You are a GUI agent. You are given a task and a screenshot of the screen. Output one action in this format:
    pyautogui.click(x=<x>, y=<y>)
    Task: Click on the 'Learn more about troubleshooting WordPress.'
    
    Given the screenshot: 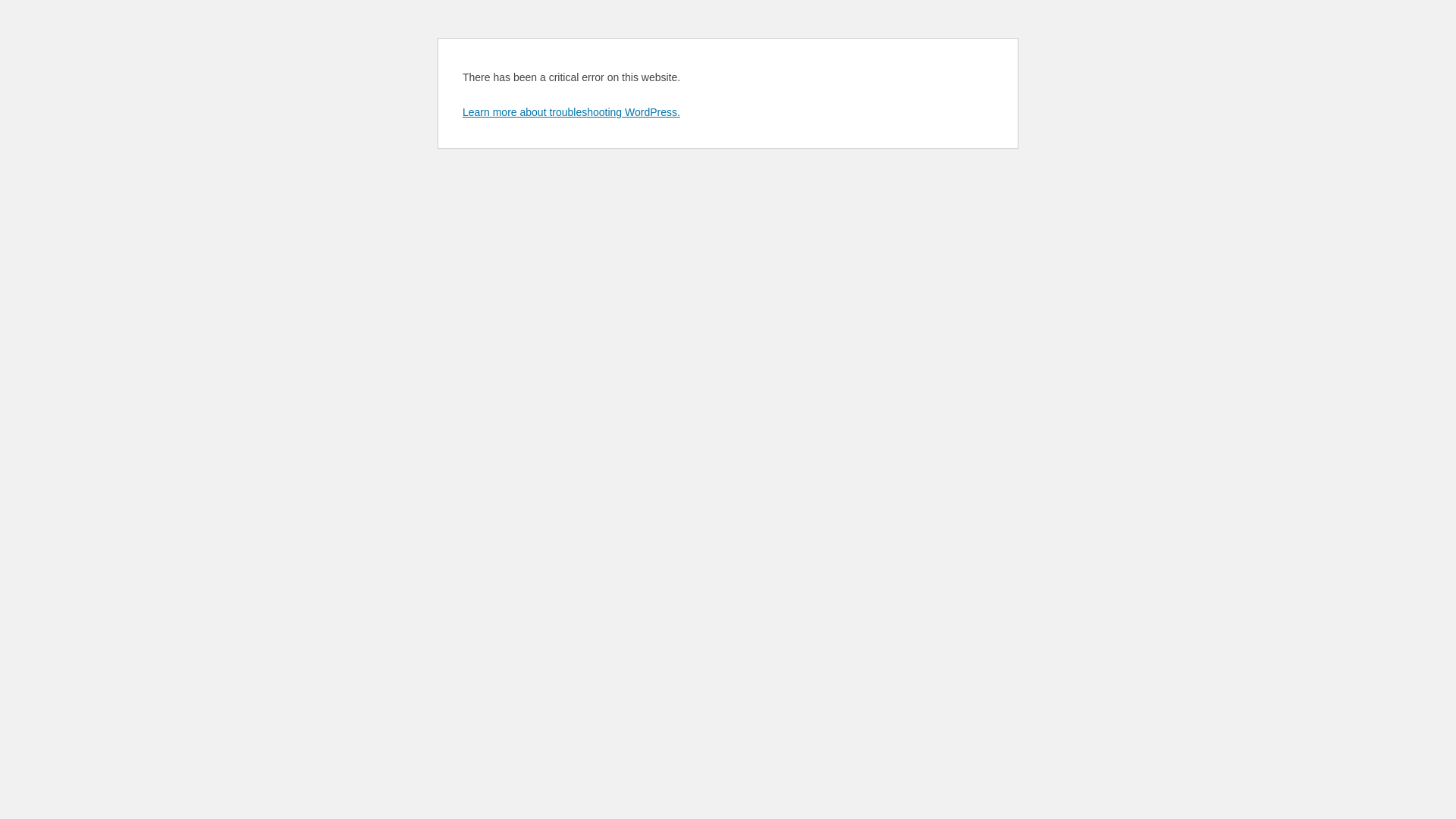 What is the action you would take?
    pyautogui.click(x=570, y=111)
    